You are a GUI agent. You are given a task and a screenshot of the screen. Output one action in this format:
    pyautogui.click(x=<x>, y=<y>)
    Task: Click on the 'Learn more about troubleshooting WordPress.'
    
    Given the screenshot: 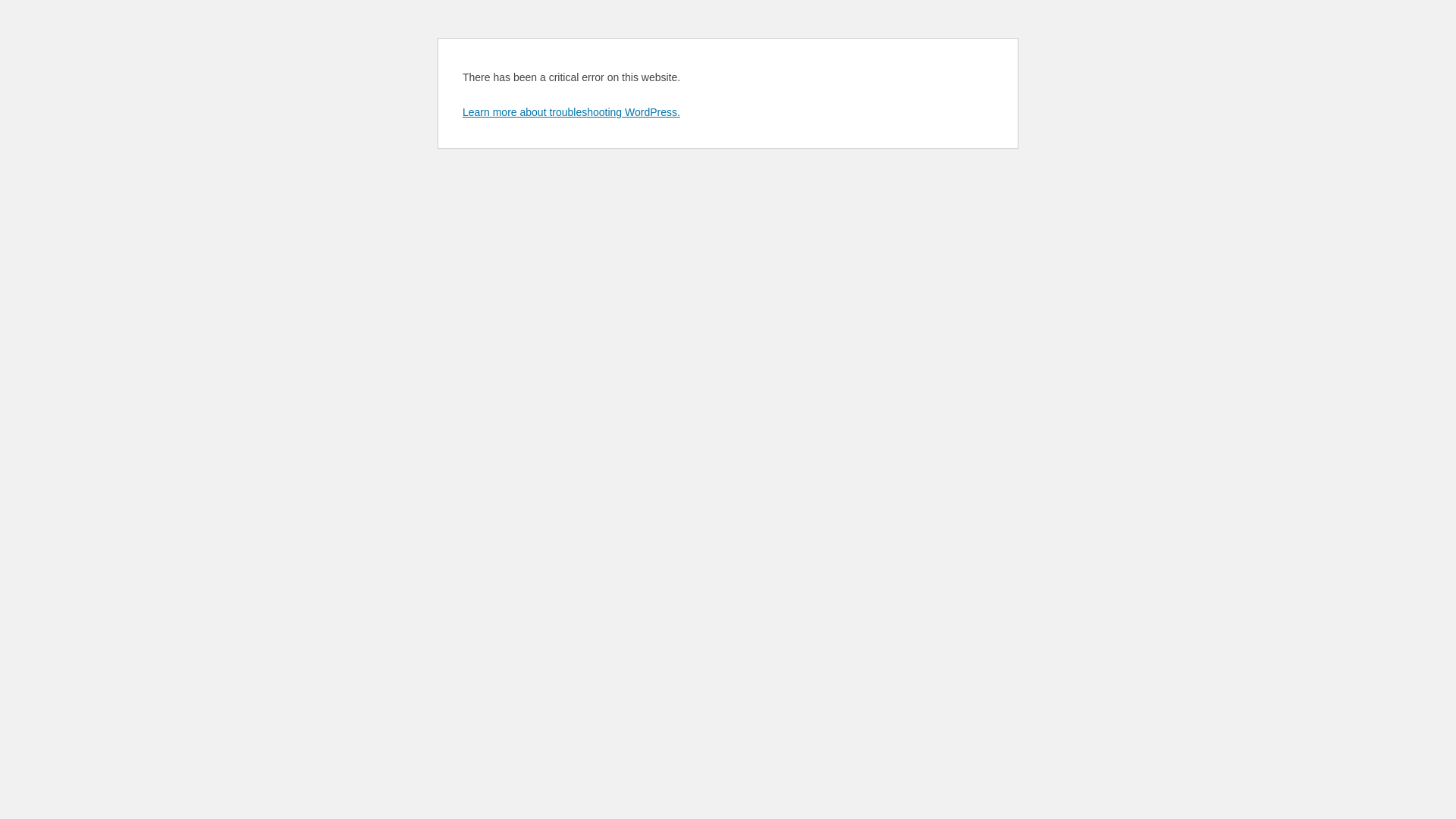 What is the action you would take?
    pyautogui.click(x=570, y=111)
    